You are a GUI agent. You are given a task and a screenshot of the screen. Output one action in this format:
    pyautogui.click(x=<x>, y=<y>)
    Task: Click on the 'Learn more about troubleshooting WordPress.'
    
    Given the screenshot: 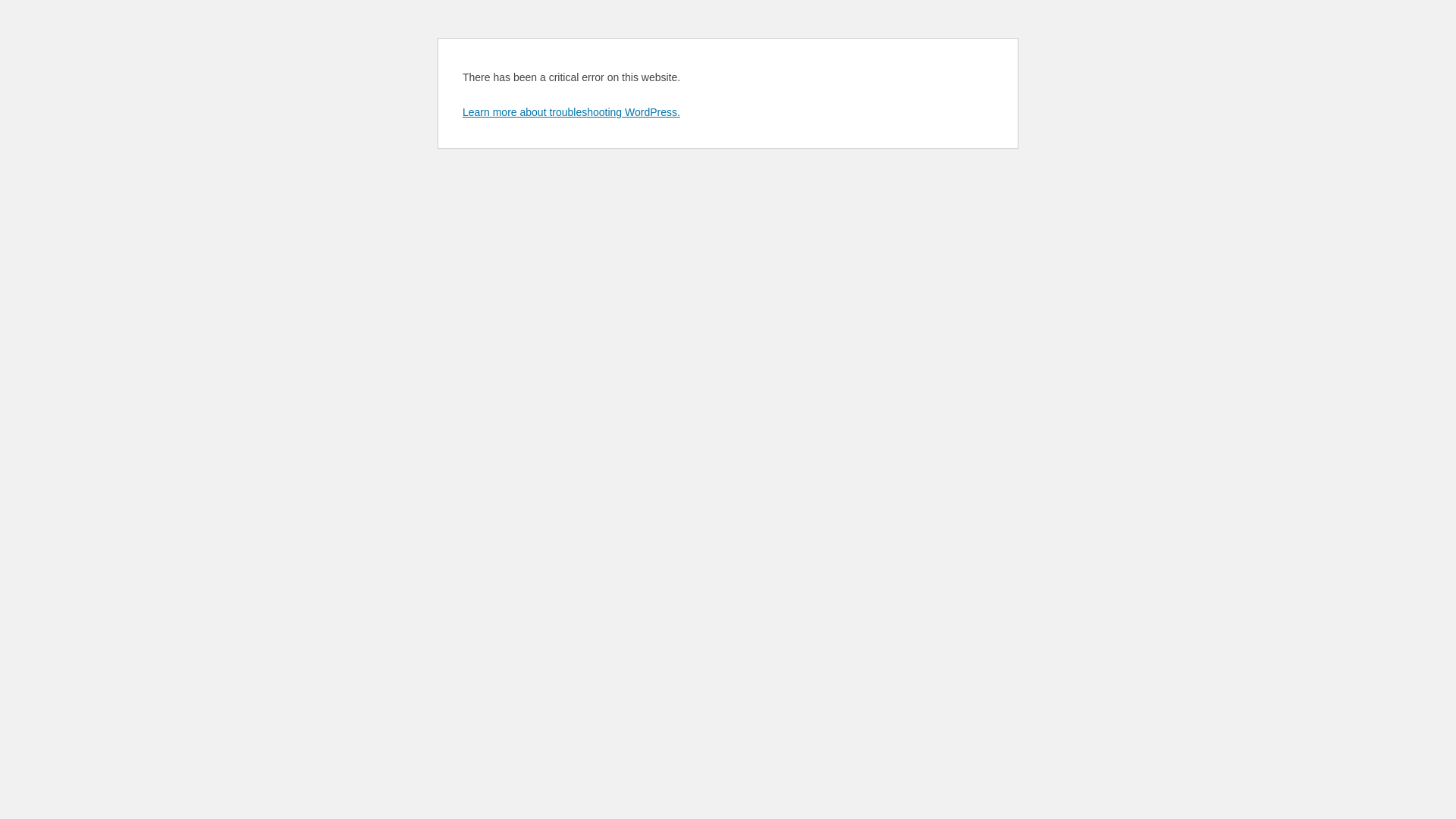 What is the action you would take?
    pyautogui.click(x=570, y=111)
    